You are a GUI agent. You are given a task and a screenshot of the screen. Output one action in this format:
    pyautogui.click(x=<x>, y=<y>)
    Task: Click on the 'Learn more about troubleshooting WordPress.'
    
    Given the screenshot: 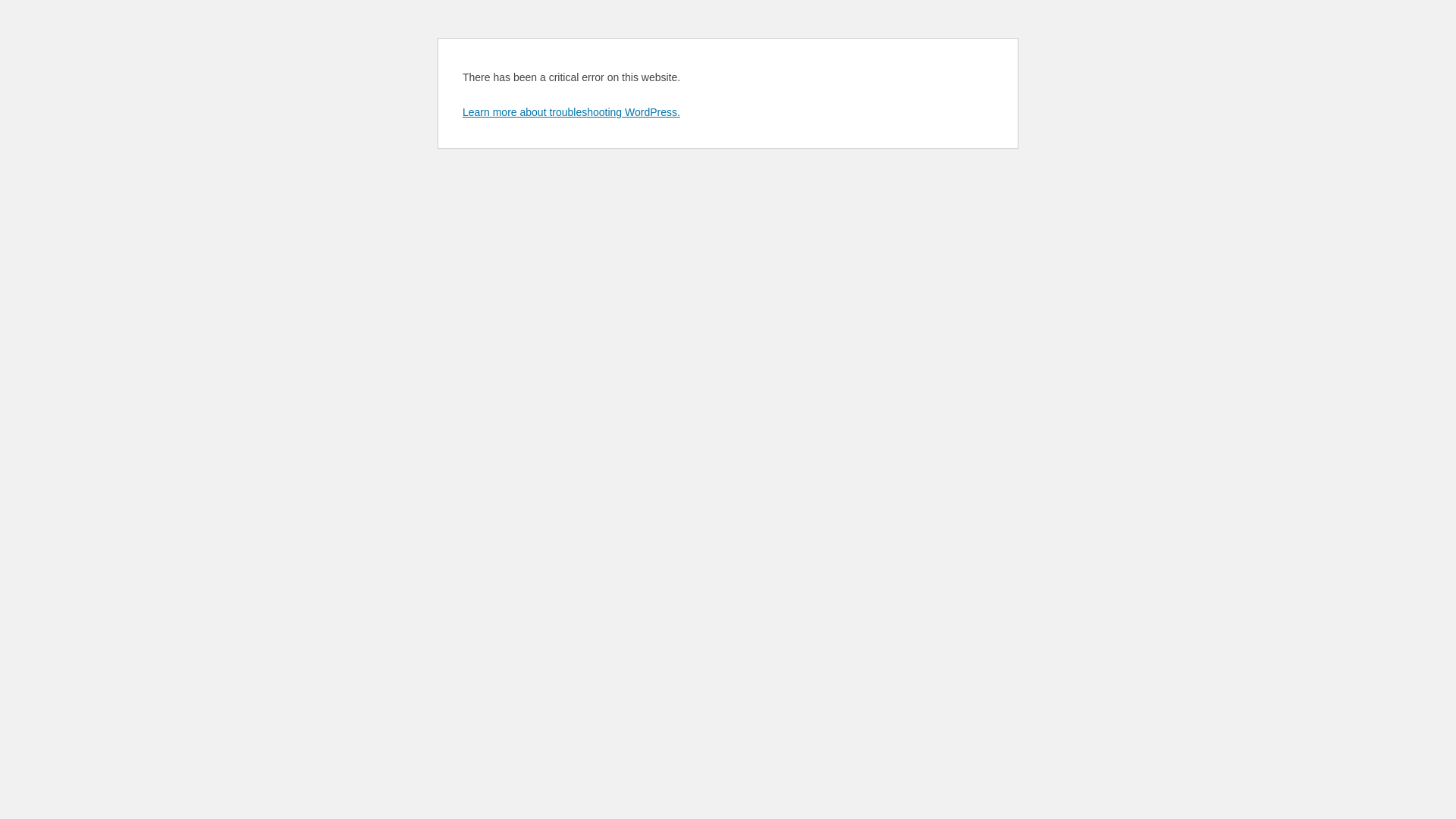 What is the action you would take?
    pyautogui.click(x=570, y=111)
    